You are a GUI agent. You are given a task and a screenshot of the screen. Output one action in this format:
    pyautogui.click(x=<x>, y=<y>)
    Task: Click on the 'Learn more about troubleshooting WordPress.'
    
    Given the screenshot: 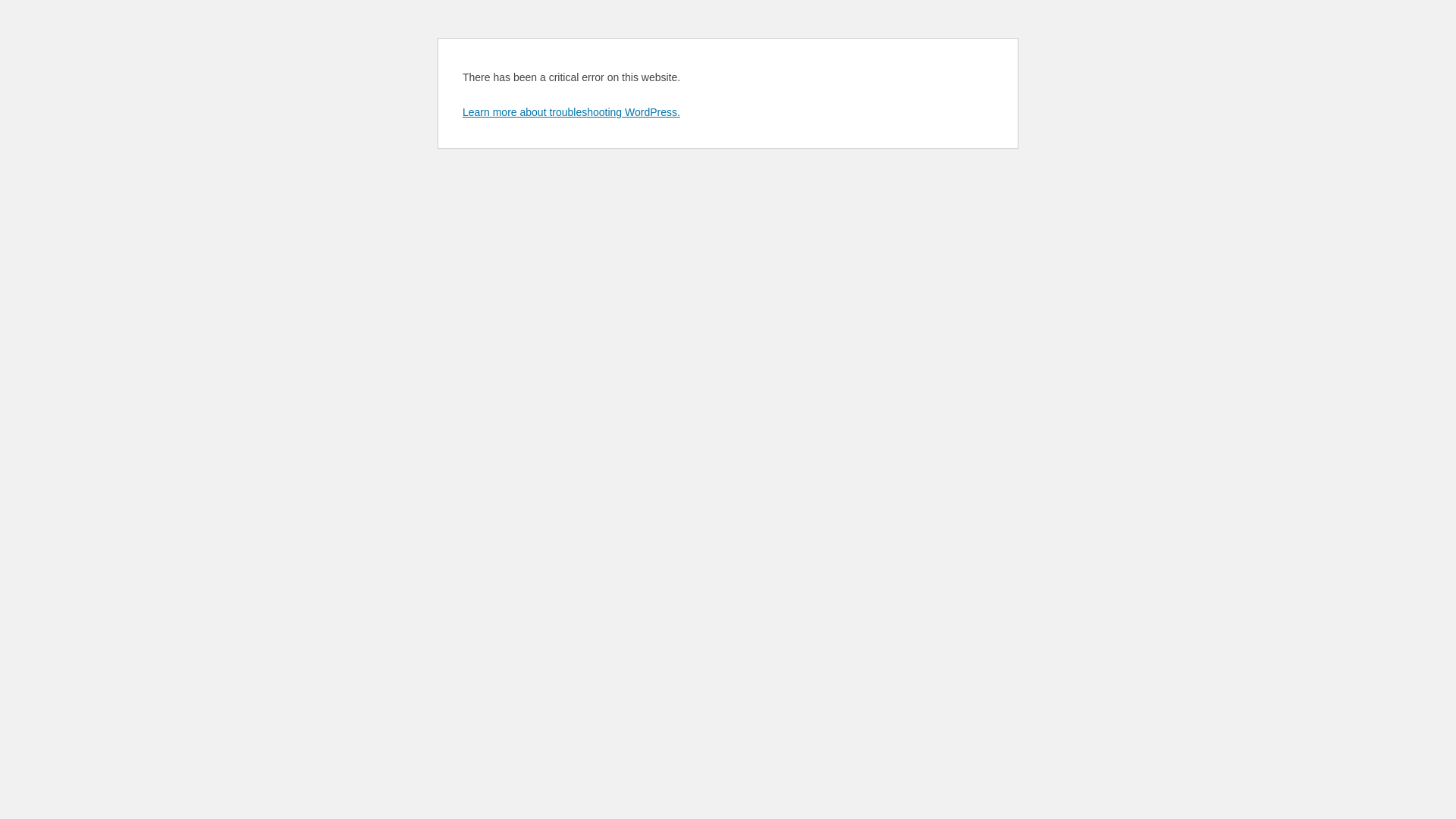 What is the action you would take?
    pyautogui.click(x=570, y=111)
    